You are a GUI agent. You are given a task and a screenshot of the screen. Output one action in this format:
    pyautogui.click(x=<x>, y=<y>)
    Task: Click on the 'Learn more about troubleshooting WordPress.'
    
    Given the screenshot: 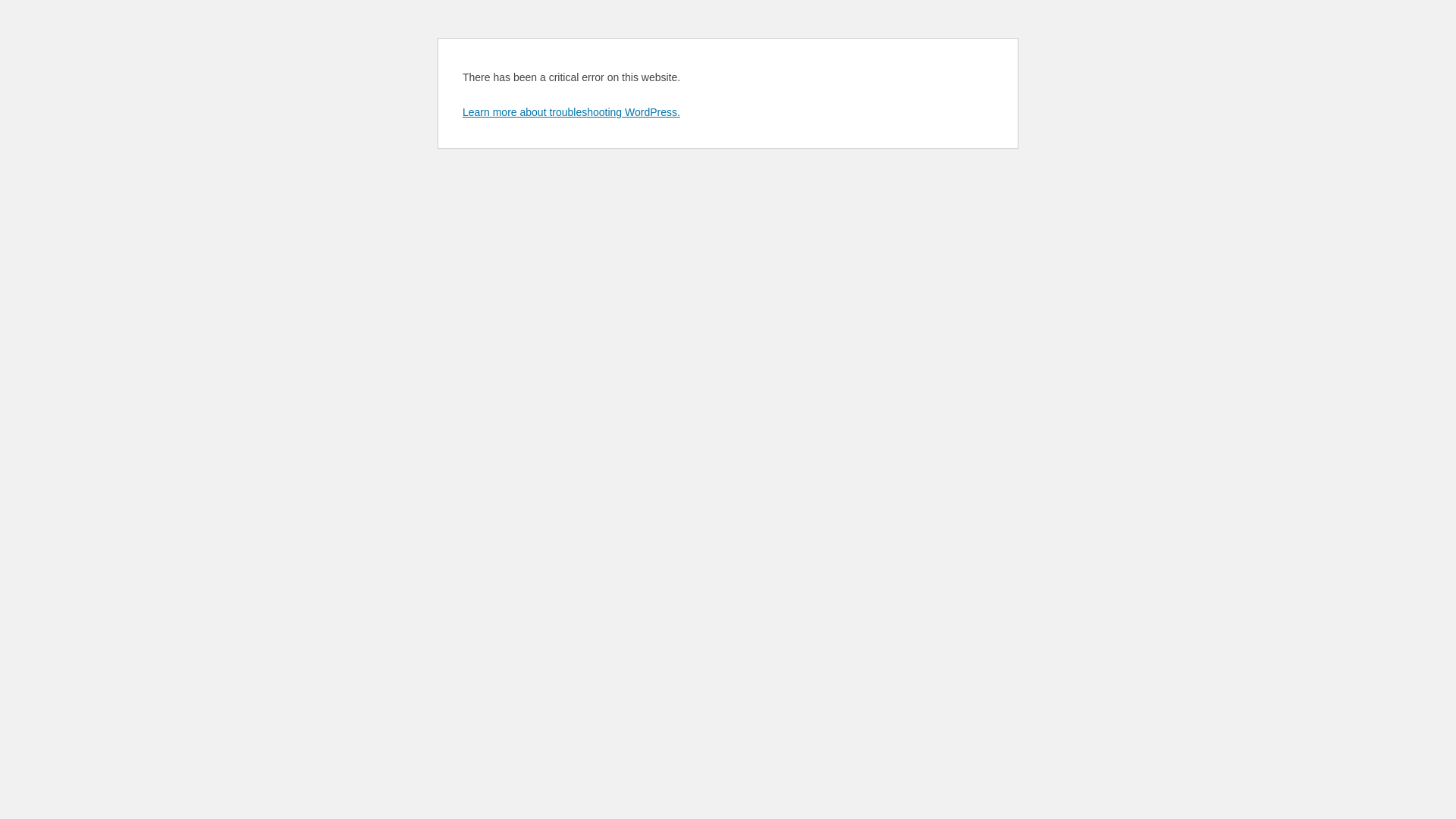 What is the action you would take?
    pyautogui.click(x=570, y=111)
    